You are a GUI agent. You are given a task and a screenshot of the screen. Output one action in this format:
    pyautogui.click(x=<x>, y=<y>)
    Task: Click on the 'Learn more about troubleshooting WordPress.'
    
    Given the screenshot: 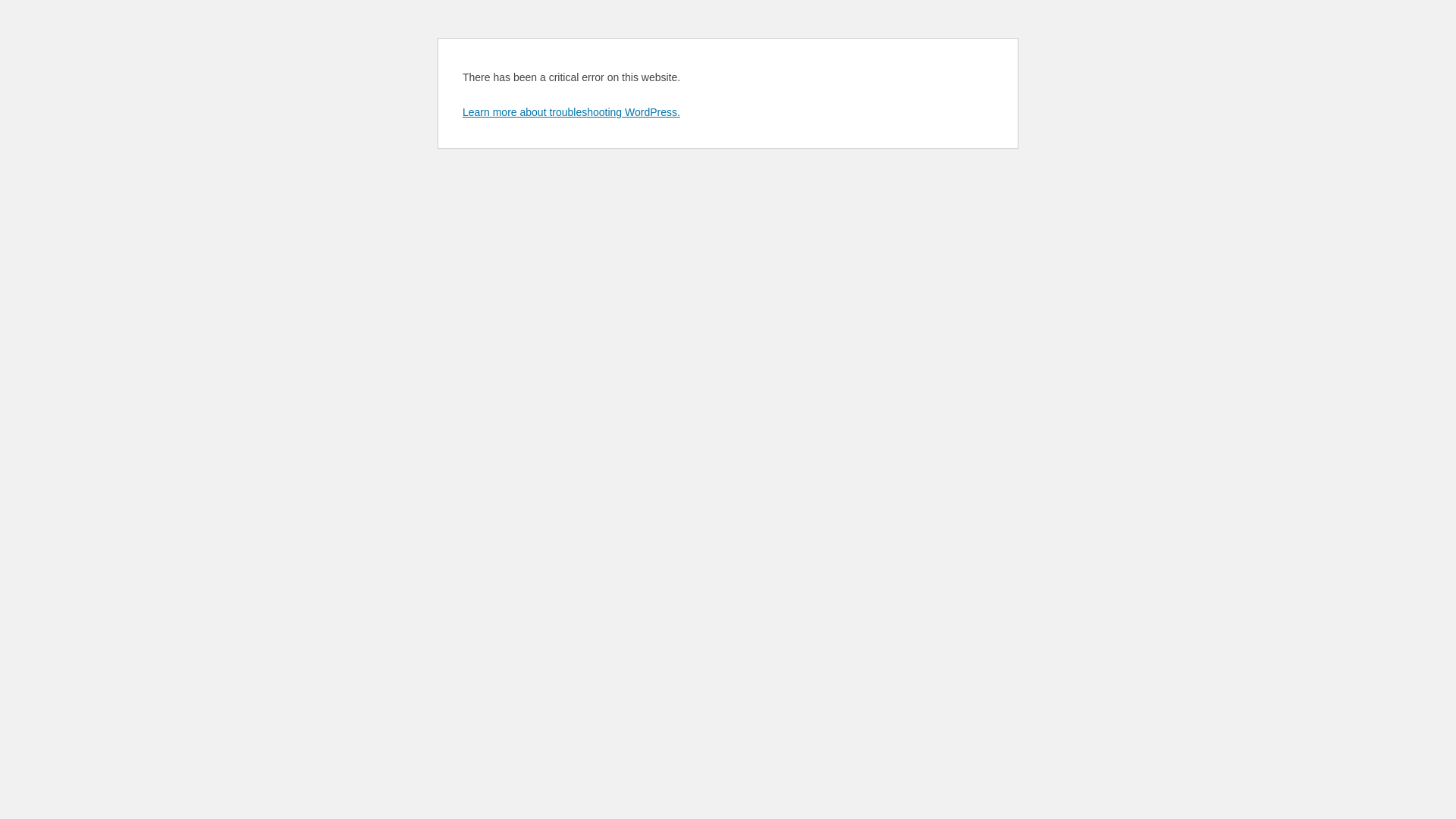 What is the action you would take?
    pyautogui.click(x=570, y=111)
    